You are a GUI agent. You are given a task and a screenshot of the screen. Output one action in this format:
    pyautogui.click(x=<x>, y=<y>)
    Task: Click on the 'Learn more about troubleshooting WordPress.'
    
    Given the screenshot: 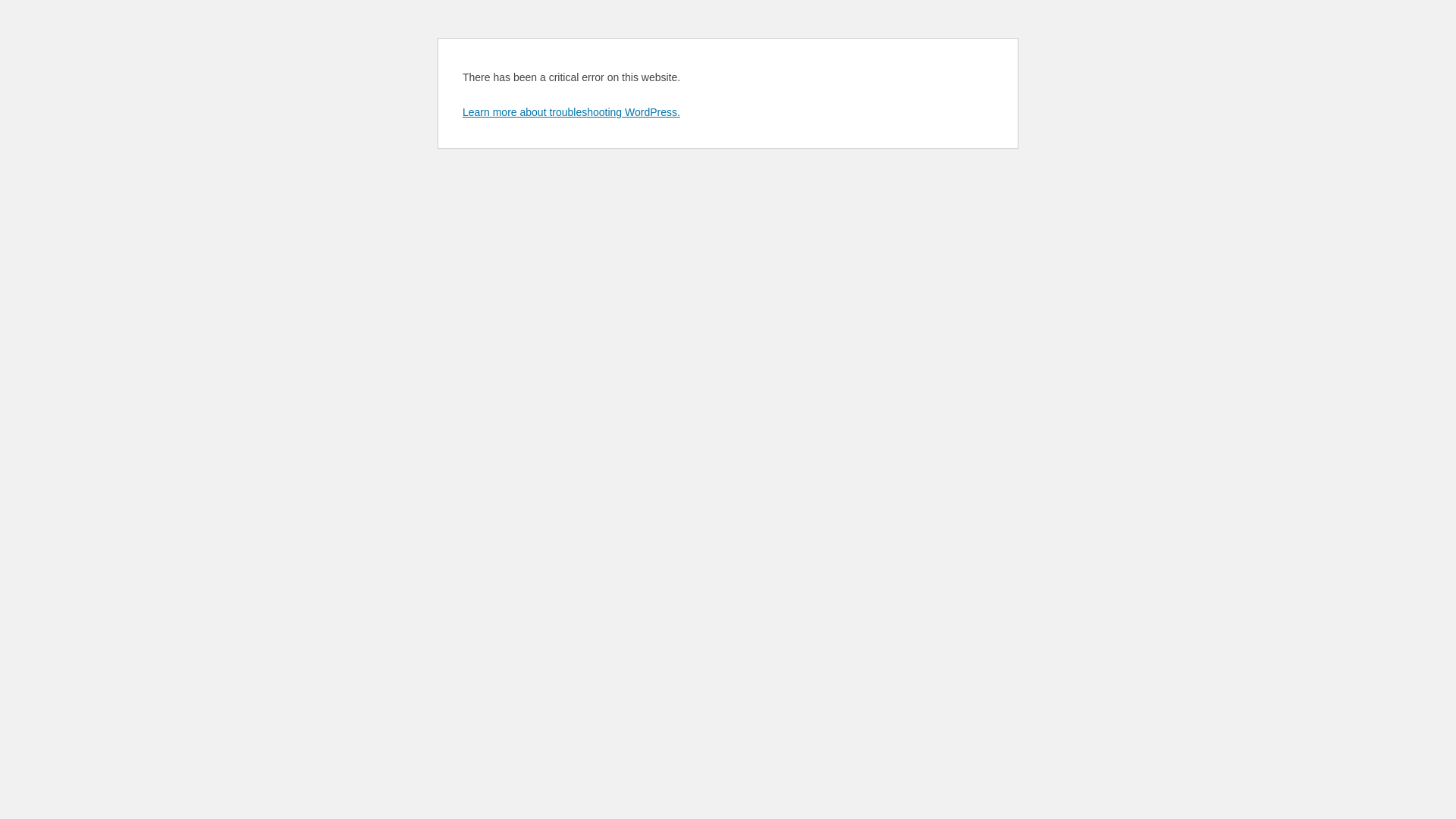 What is the action you would take?
    pyautogui.click(x=570, y=111)
    